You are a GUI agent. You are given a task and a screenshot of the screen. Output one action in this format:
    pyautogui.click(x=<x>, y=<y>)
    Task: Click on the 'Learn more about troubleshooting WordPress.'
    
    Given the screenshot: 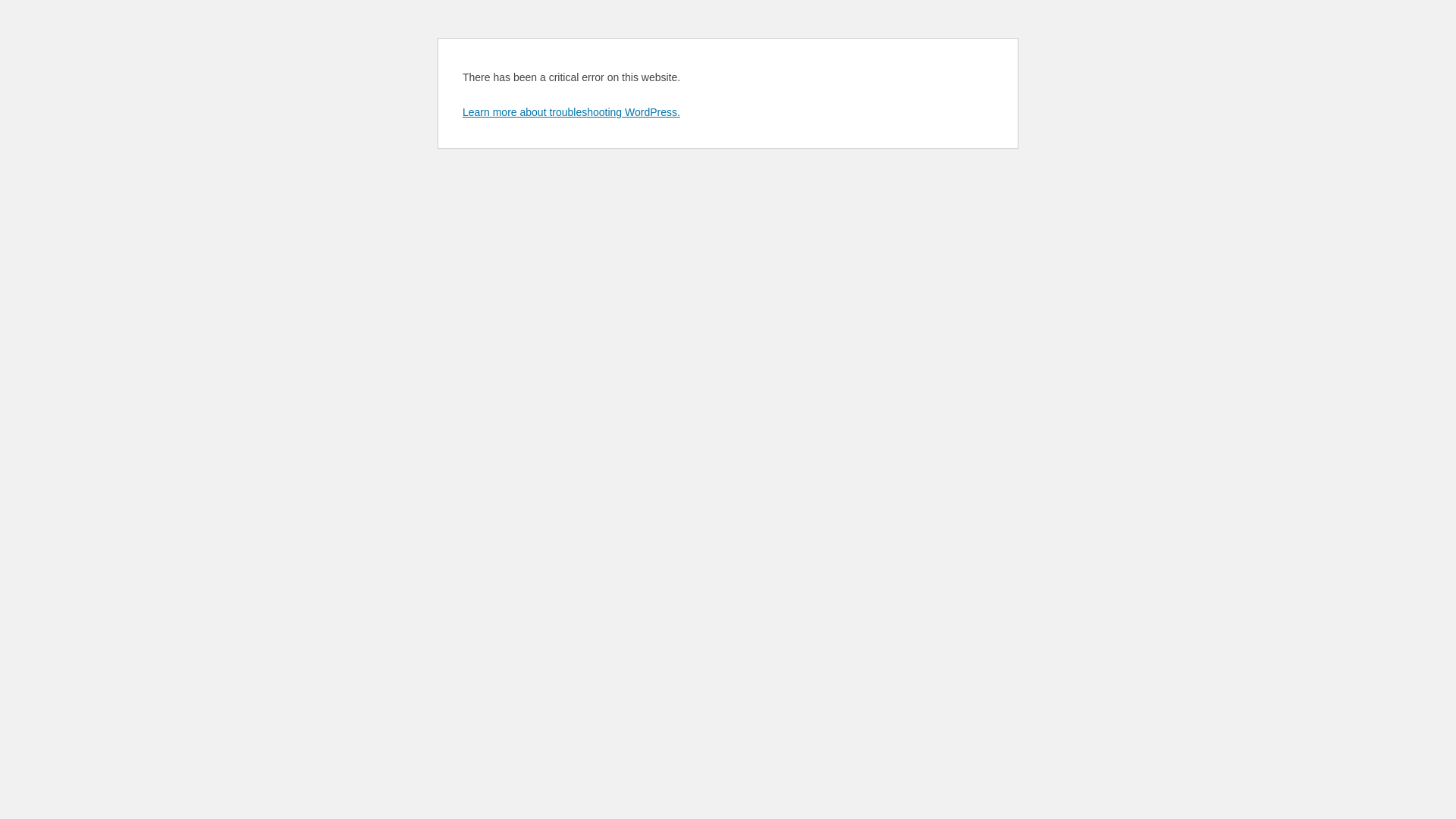 What is the action you would take?
    pyautogui.click(x=570, y=111)
    